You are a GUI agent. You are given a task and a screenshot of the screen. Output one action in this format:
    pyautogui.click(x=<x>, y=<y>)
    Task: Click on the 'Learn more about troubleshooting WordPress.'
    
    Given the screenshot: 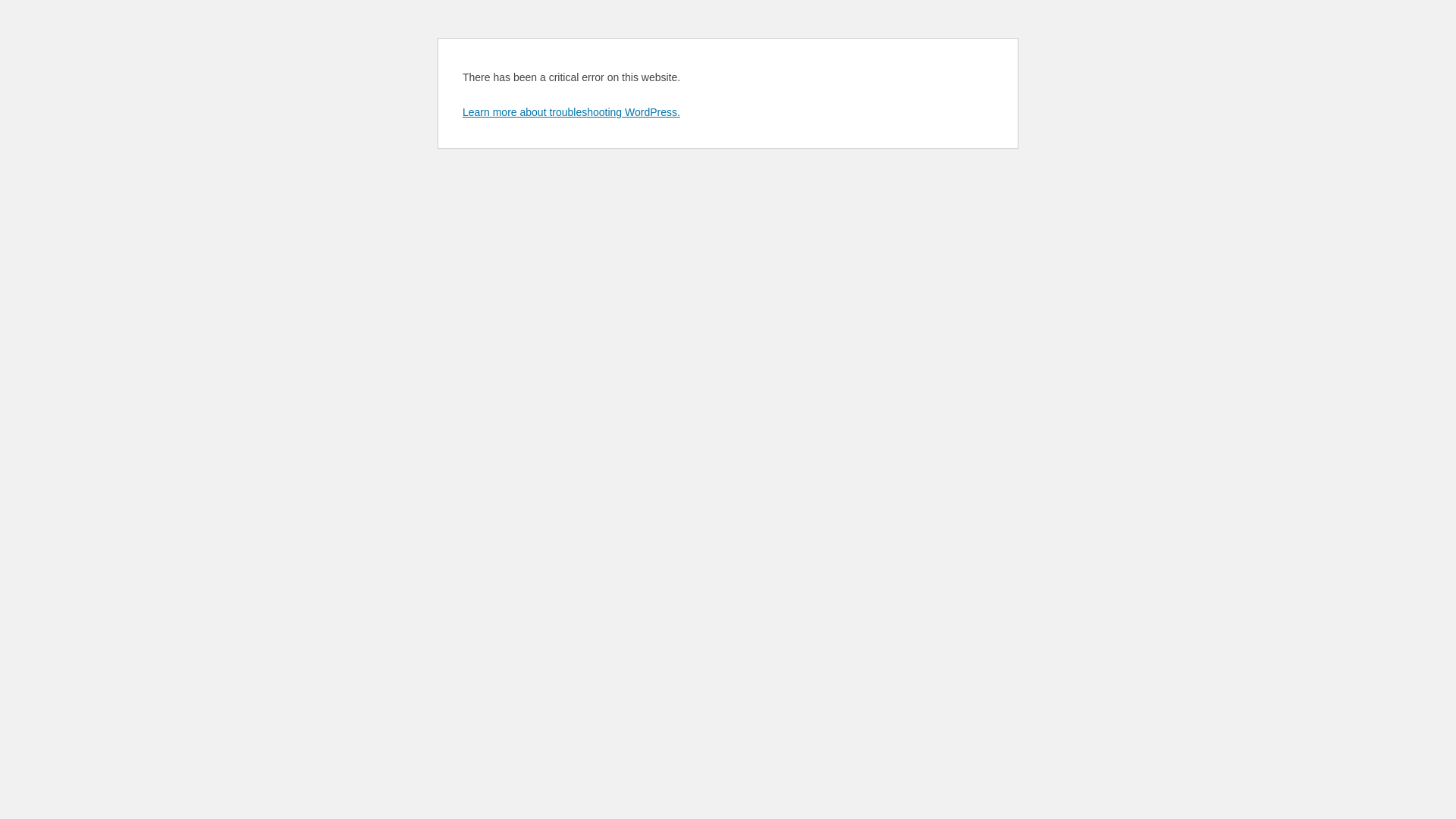 What is the action you would take?
    pyautogui.click(x=570, y=111)
    